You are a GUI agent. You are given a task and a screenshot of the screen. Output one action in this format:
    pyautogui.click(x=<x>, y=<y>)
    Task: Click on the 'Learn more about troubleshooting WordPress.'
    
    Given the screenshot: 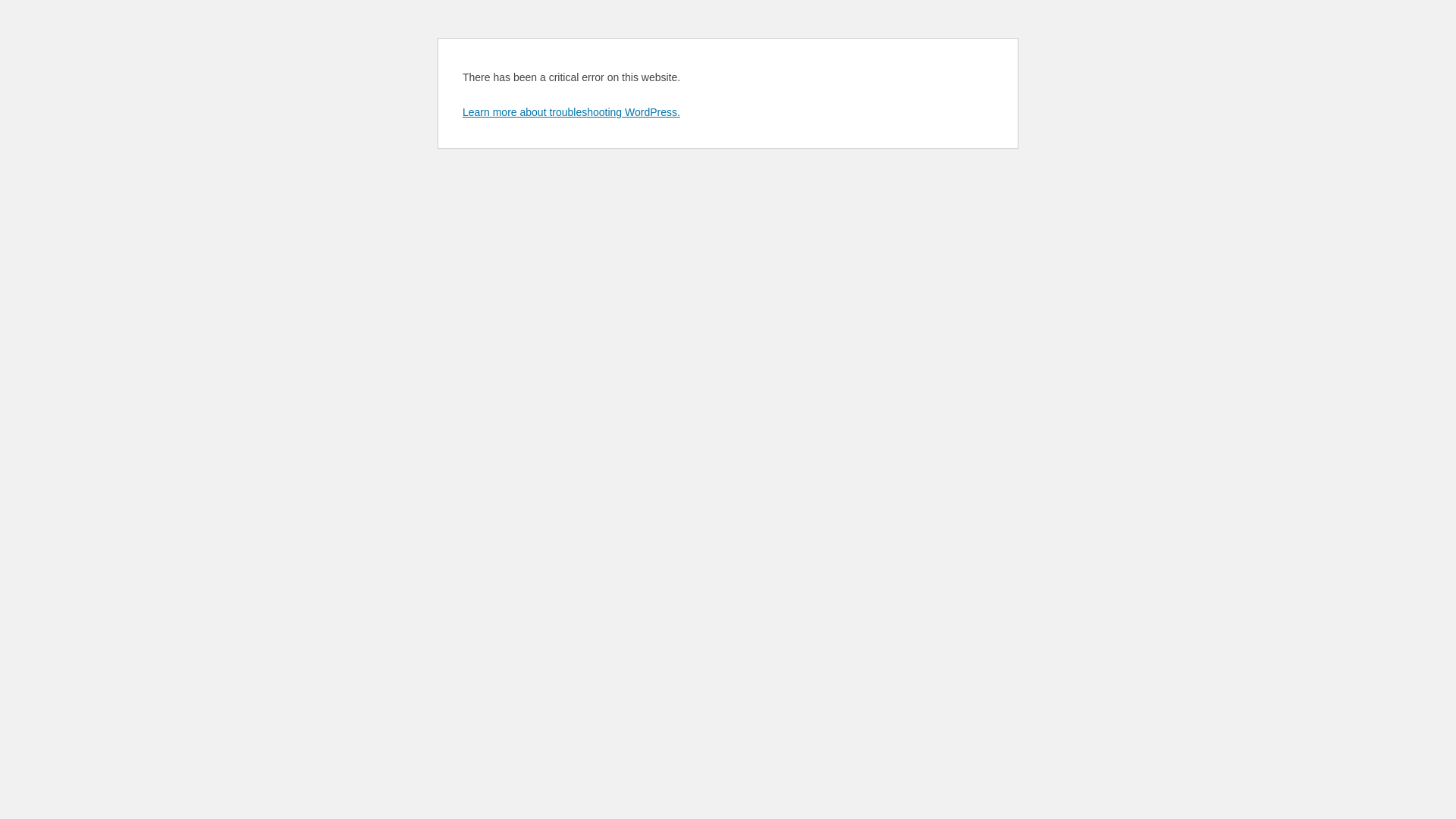 What is the action you would take?
    pyautogui.click(x=570, y=111)
    